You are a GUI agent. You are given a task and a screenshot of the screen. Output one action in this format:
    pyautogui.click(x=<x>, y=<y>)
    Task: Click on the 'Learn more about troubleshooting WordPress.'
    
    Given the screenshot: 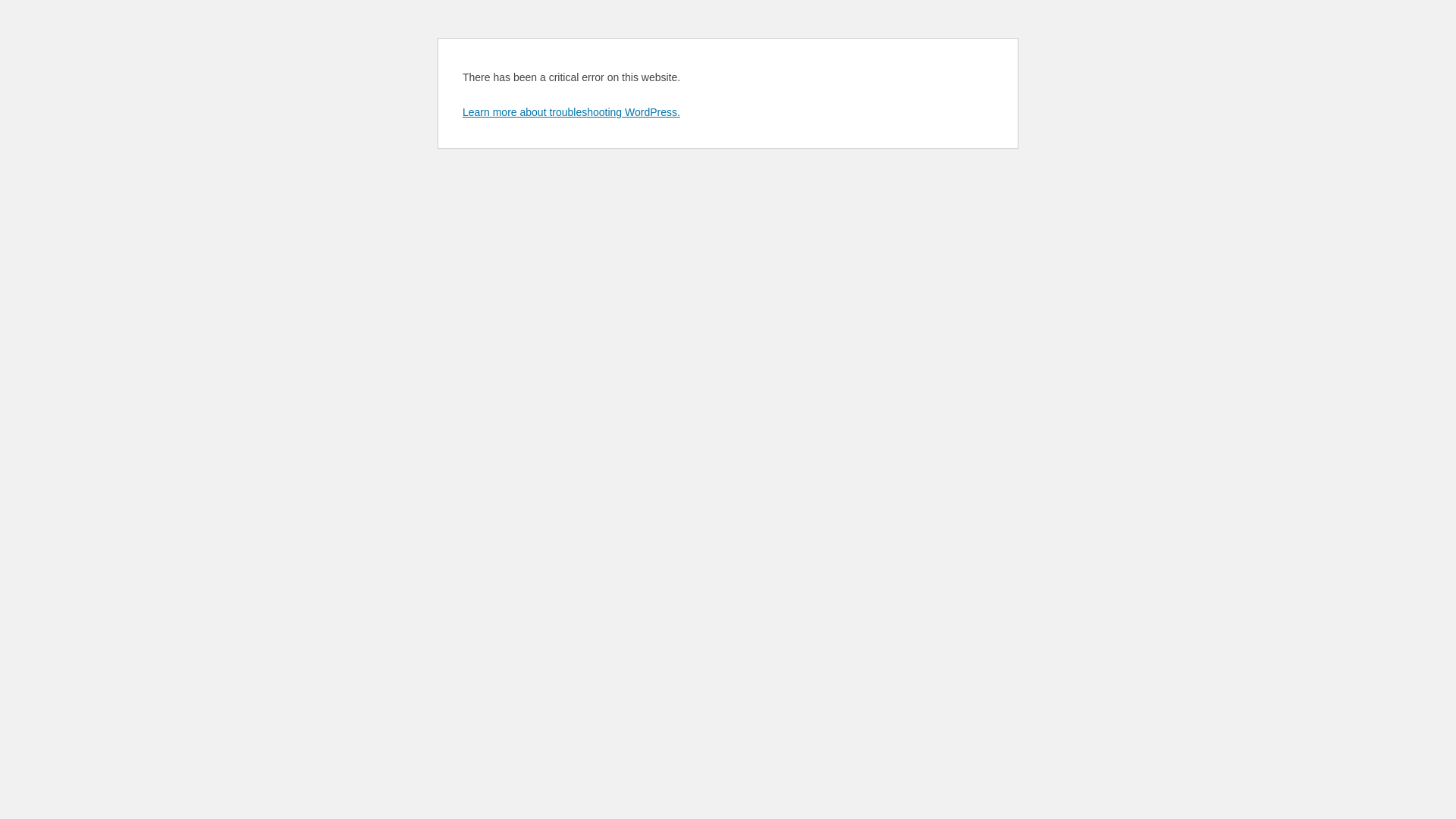 What is the action you would take?
    pyautogui.click(x=570, y=111)
    